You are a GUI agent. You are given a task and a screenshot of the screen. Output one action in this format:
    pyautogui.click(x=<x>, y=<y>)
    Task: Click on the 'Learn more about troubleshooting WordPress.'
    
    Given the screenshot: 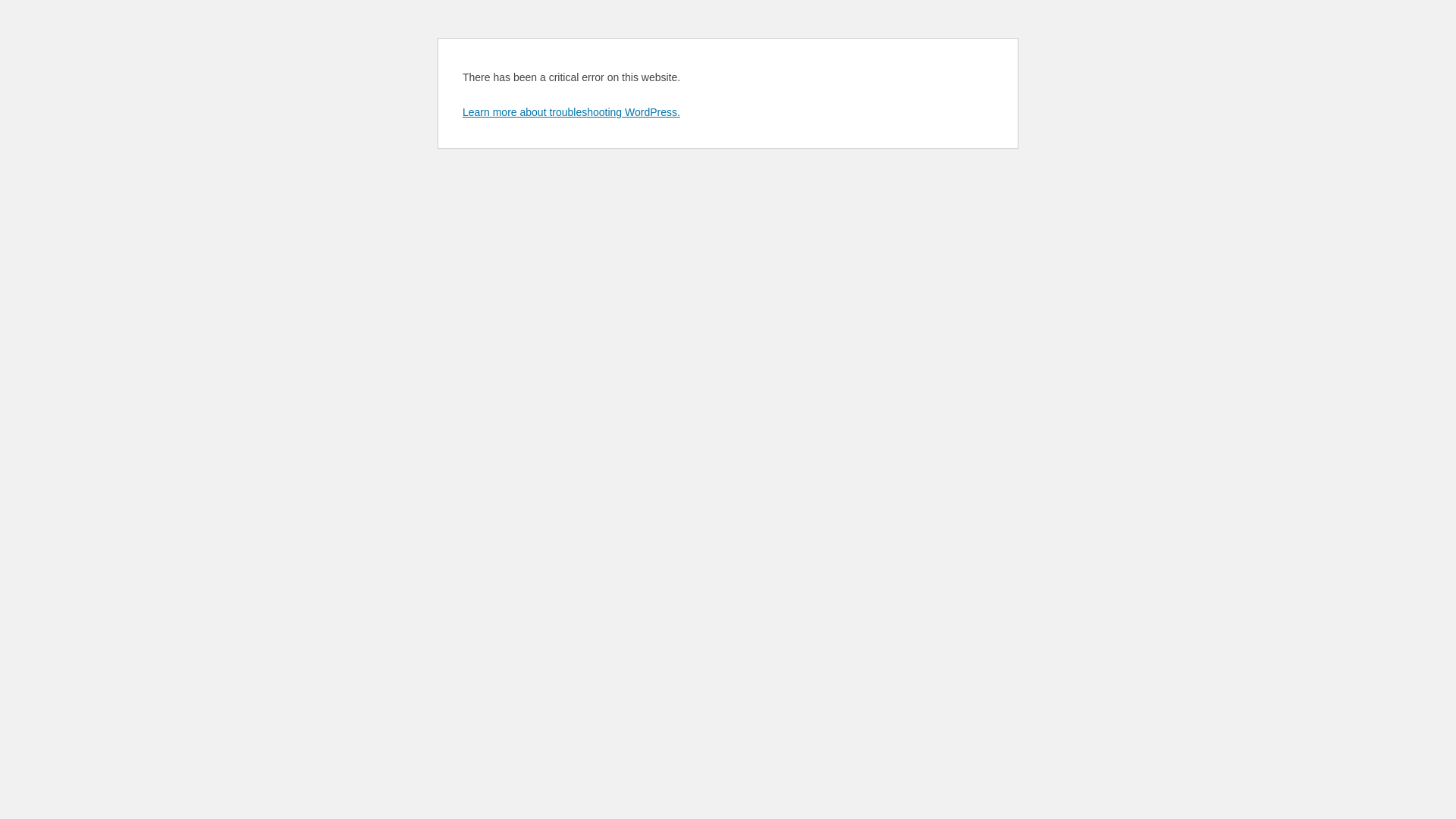 What is the action you would take?
    pyautogui.click(x=570, y=111)
    